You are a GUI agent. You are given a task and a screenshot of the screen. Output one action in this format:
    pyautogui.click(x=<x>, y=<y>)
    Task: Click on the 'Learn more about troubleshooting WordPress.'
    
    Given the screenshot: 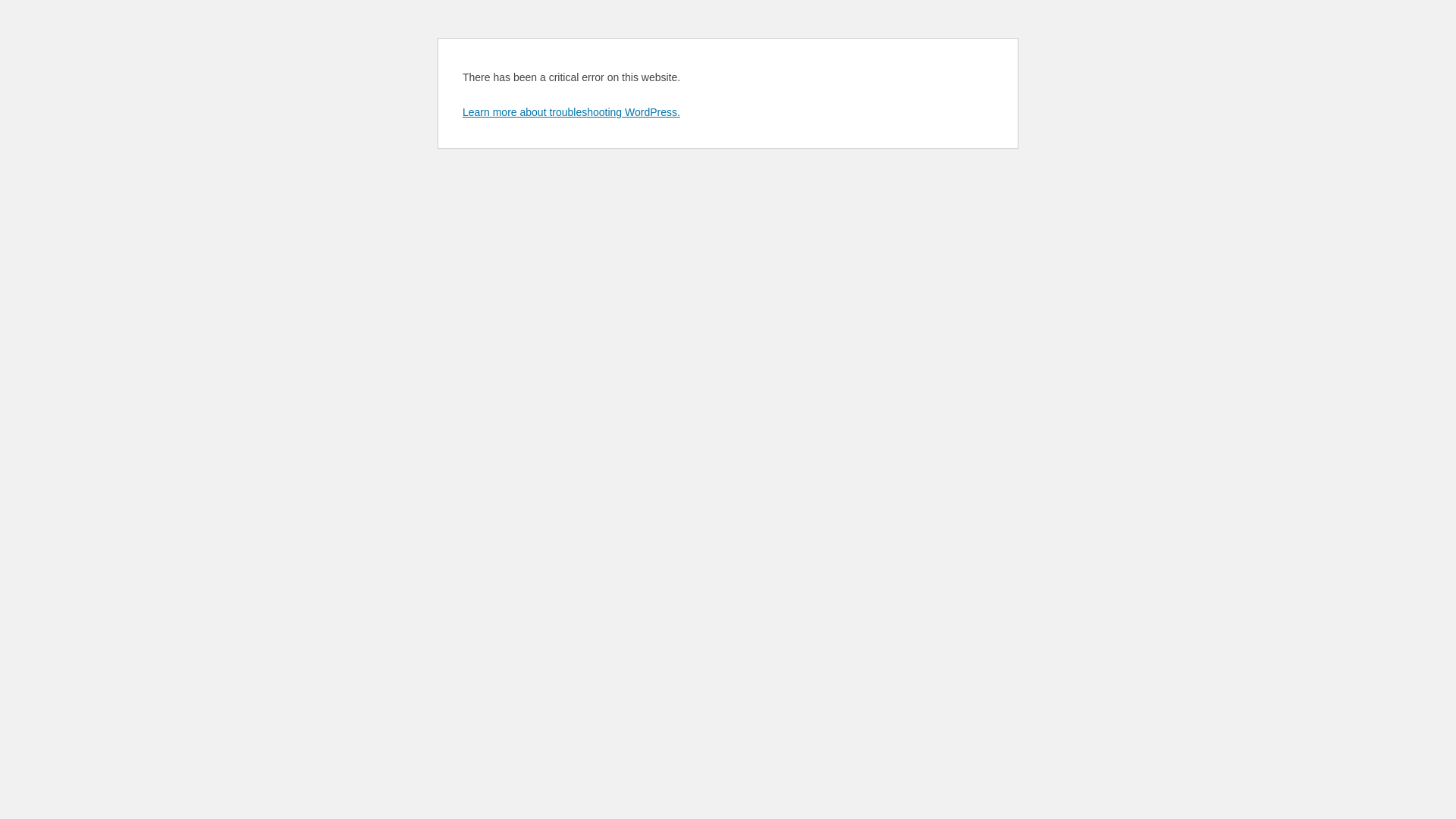 What is the action you would take?
    pyautogui.click(x=570, y=111)
    